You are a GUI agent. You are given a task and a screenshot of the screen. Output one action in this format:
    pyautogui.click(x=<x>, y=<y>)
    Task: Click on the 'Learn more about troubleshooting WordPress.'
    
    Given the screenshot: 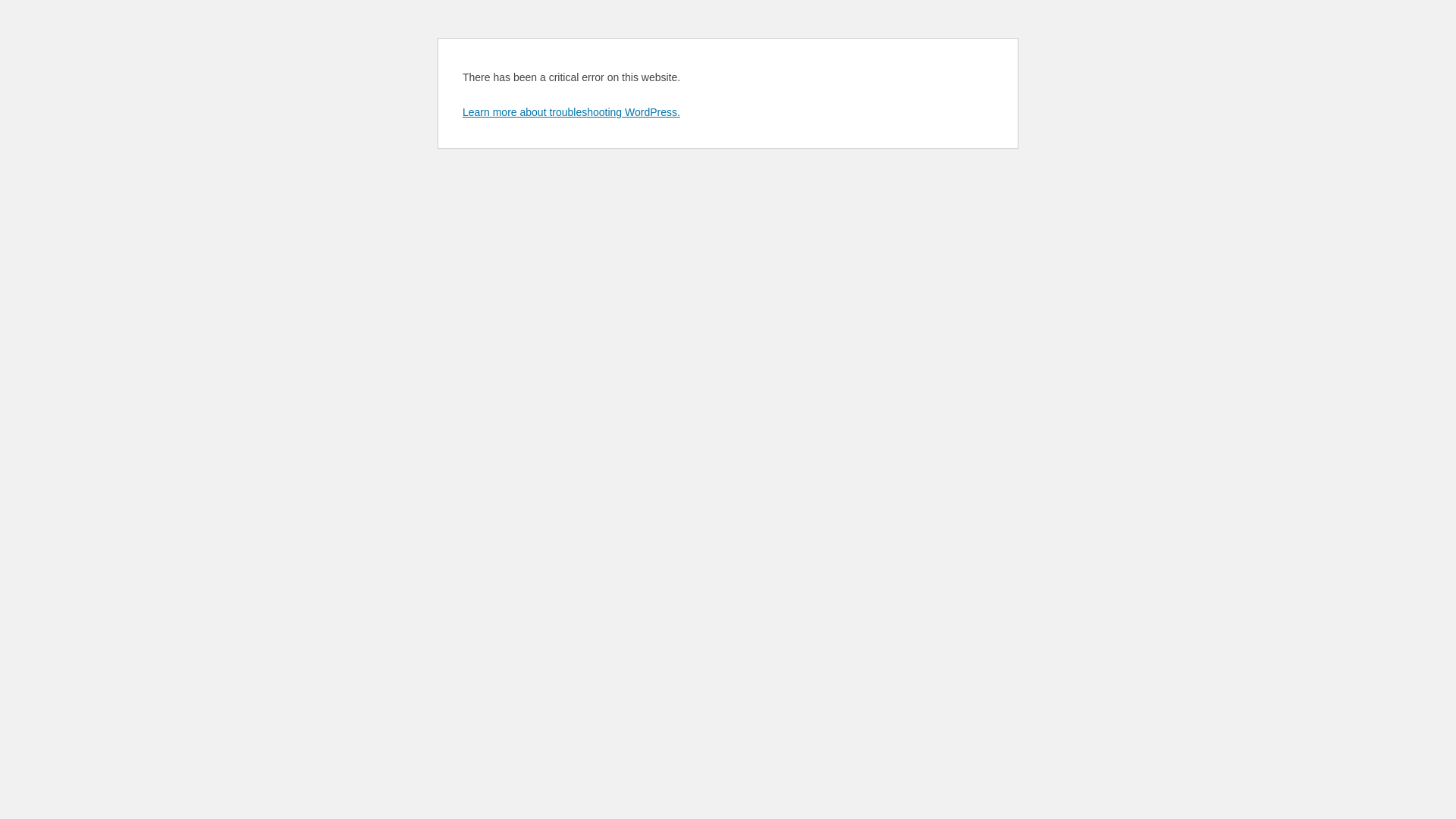 What is the action you would take?
    pyautogui.click(x=570, y=111)
    